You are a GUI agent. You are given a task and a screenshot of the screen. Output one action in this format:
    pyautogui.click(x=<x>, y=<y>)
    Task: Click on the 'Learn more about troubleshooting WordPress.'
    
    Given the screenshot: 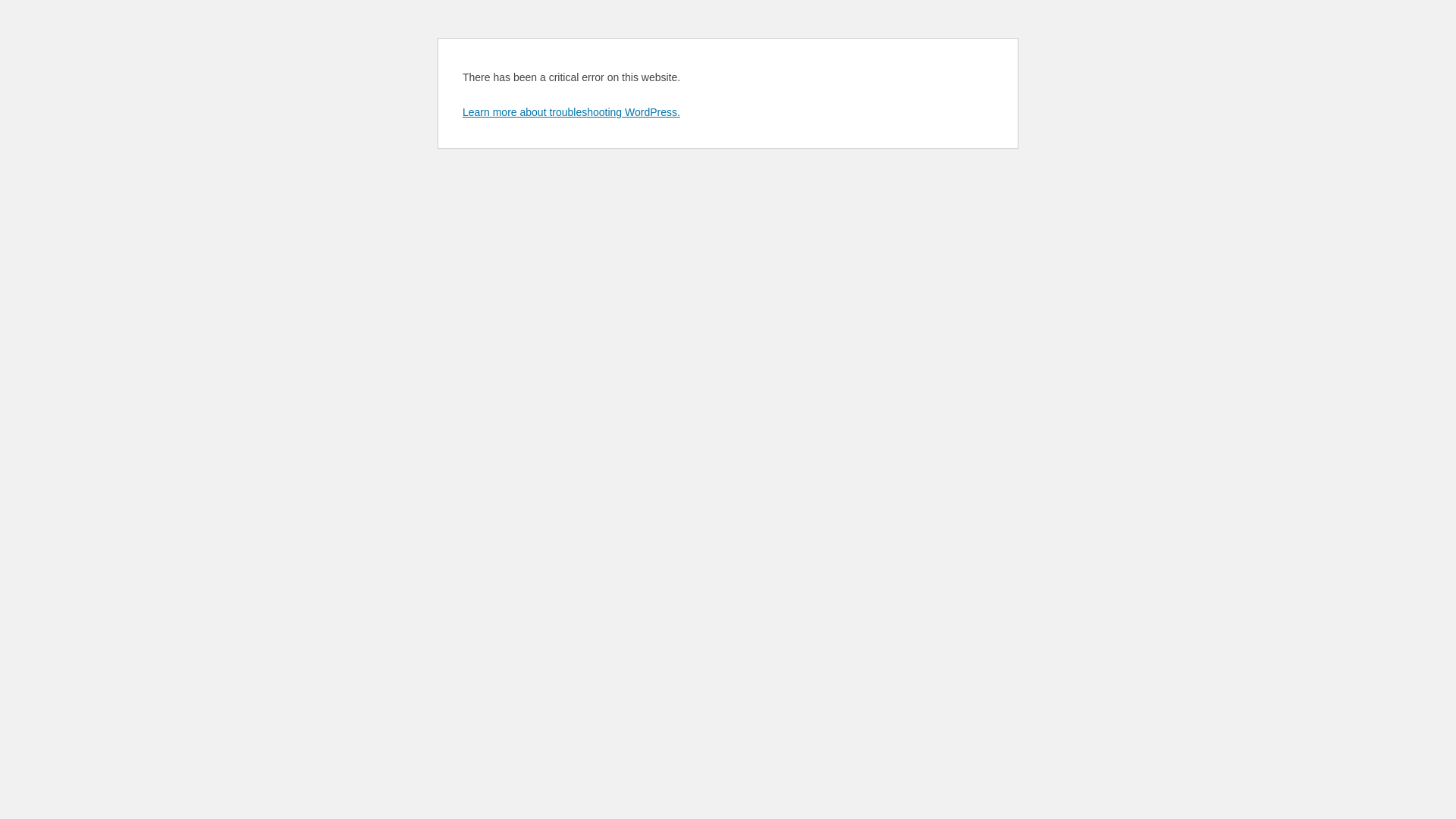 What is the action you would take?
    pyautogui.click(x=570, y=111)
    